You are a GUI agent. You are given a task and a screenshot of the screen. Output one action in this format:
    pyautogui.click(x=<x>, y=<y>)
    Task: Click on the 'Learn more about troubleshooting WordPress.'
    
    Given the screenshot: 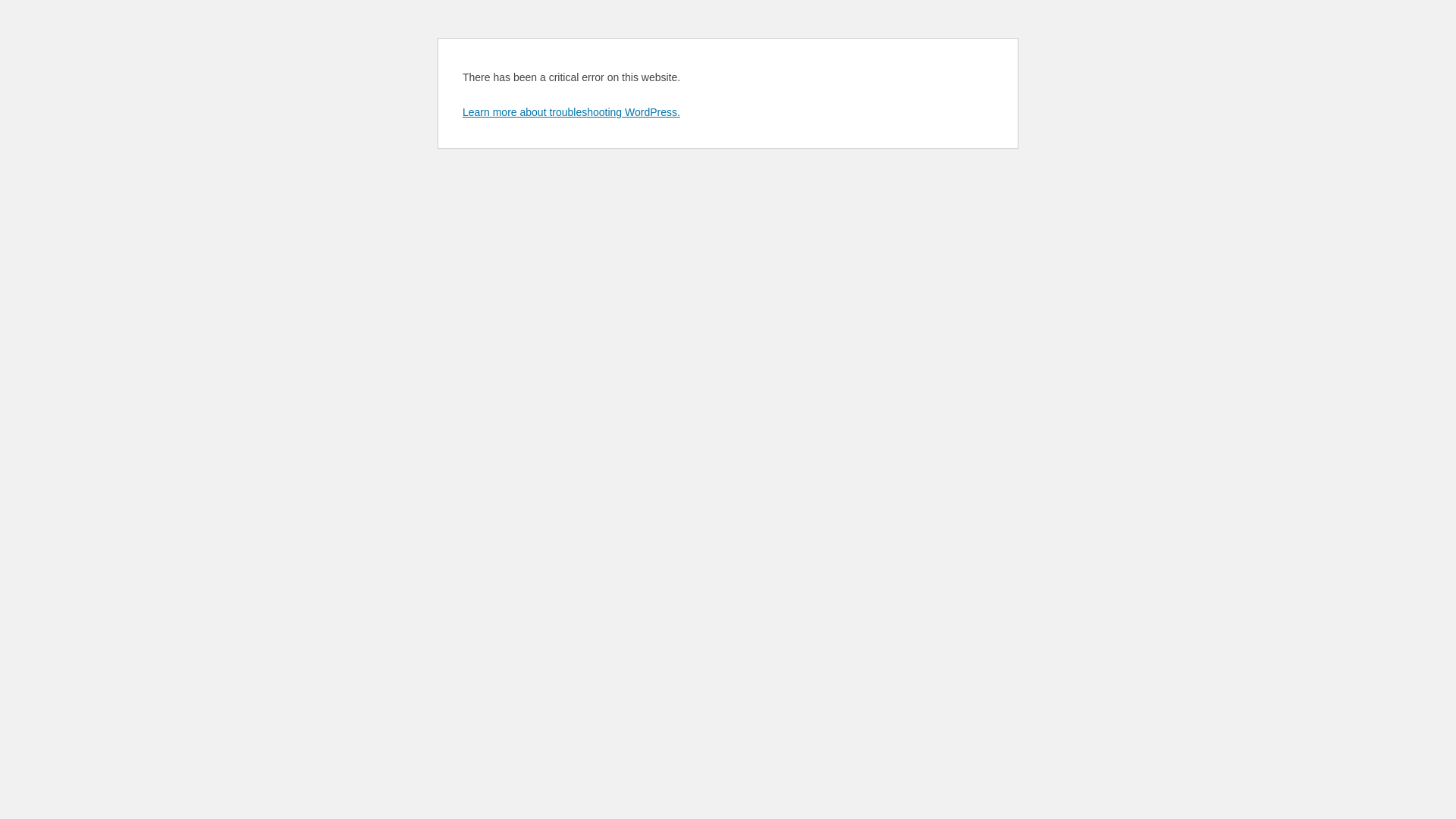 What is the action you would take?
    pyautogui.click(x=570, y=111)
    